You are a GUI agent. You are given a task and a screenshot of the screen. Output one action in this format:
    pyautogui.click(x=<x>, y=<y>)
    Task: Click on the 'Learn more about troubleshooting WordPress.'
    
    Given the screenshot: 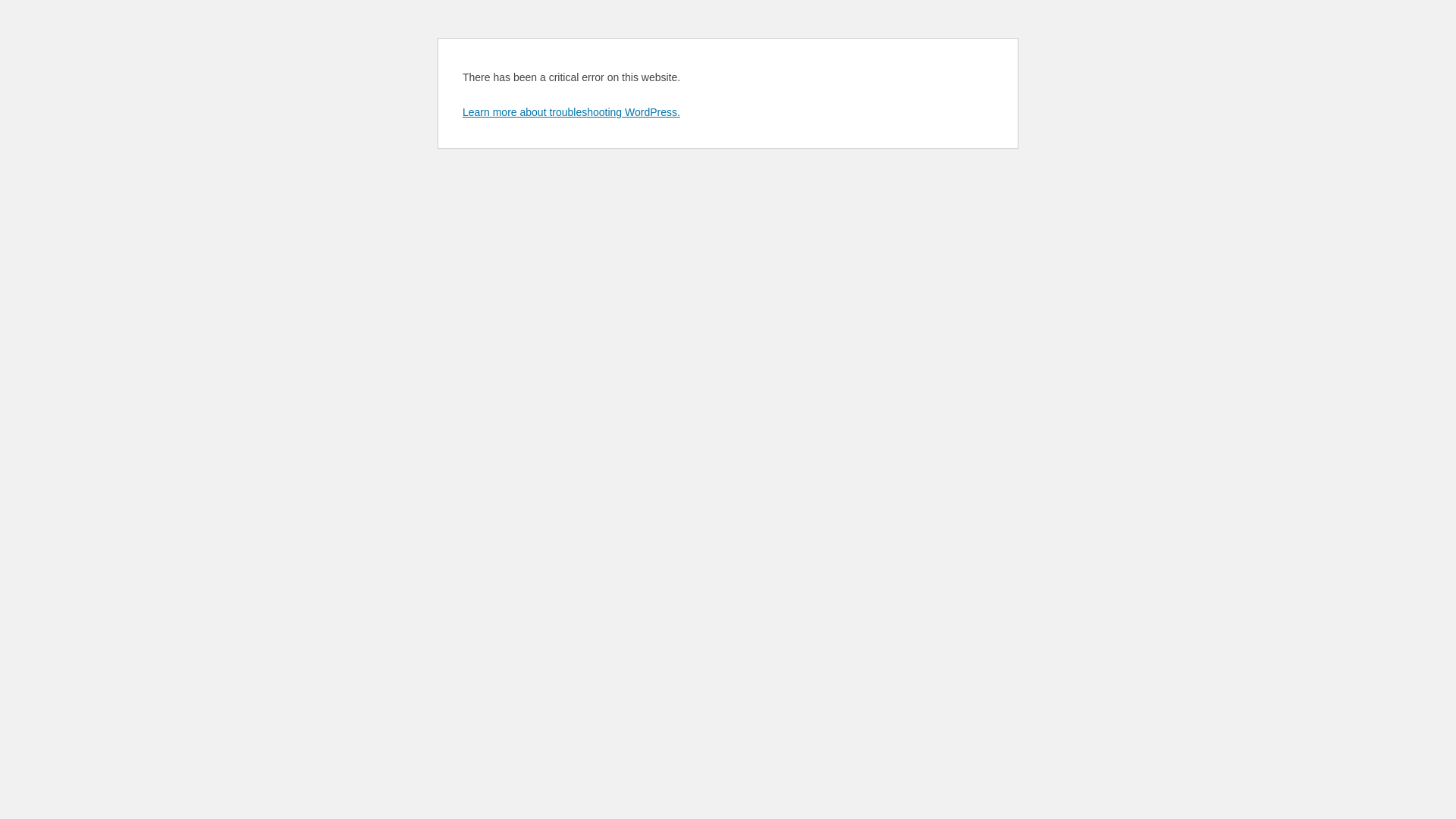 What is the action you would take?
    pyautogui.click(x=570, y=111)
    